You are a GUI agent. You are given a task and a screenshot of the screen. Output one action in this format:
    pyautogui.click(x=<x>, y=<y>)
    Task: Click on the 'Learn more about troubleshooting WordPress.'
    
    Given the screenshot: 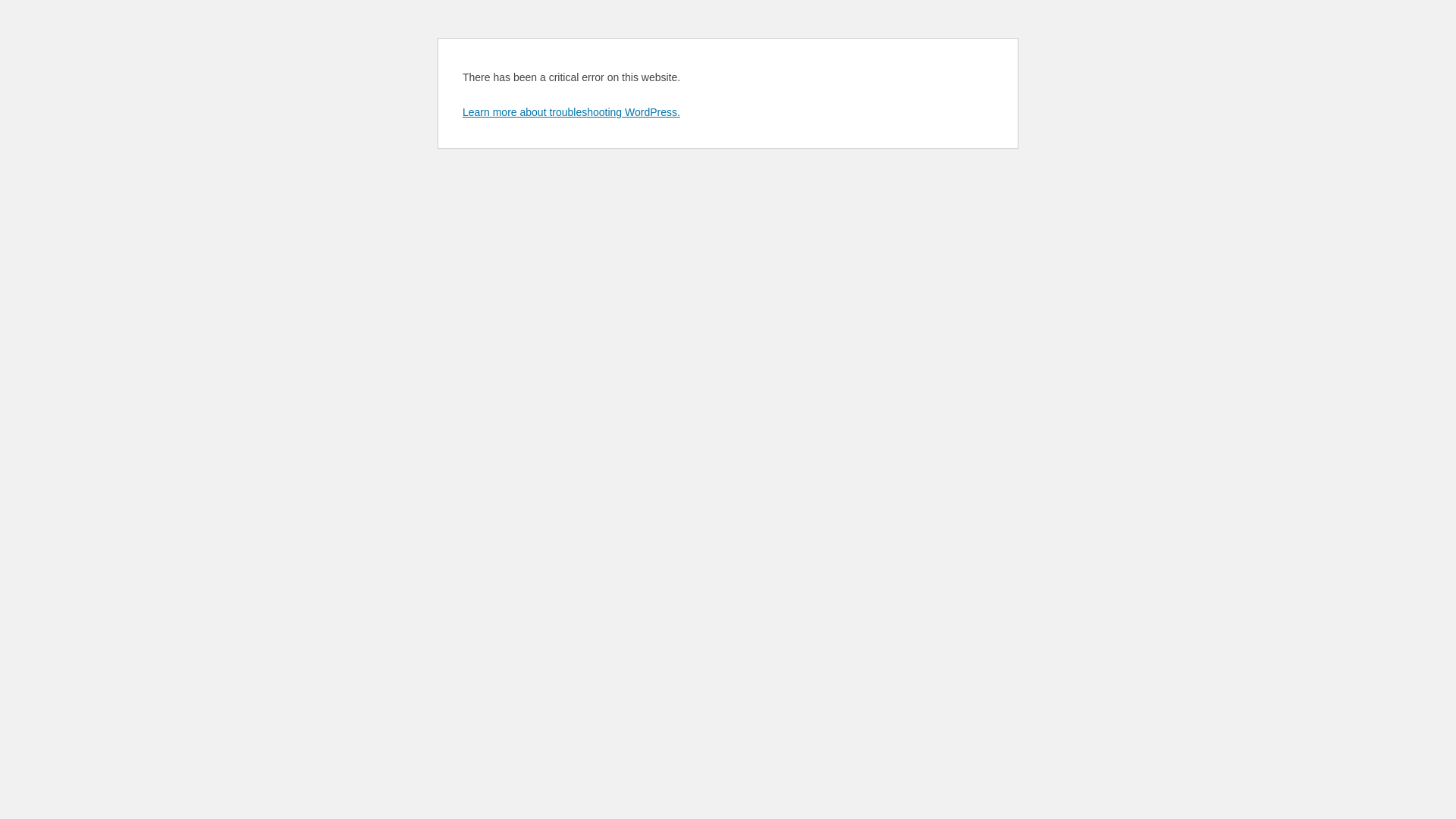 What is the action you would take?
    pyautogui.click(x=570, y=111)
    